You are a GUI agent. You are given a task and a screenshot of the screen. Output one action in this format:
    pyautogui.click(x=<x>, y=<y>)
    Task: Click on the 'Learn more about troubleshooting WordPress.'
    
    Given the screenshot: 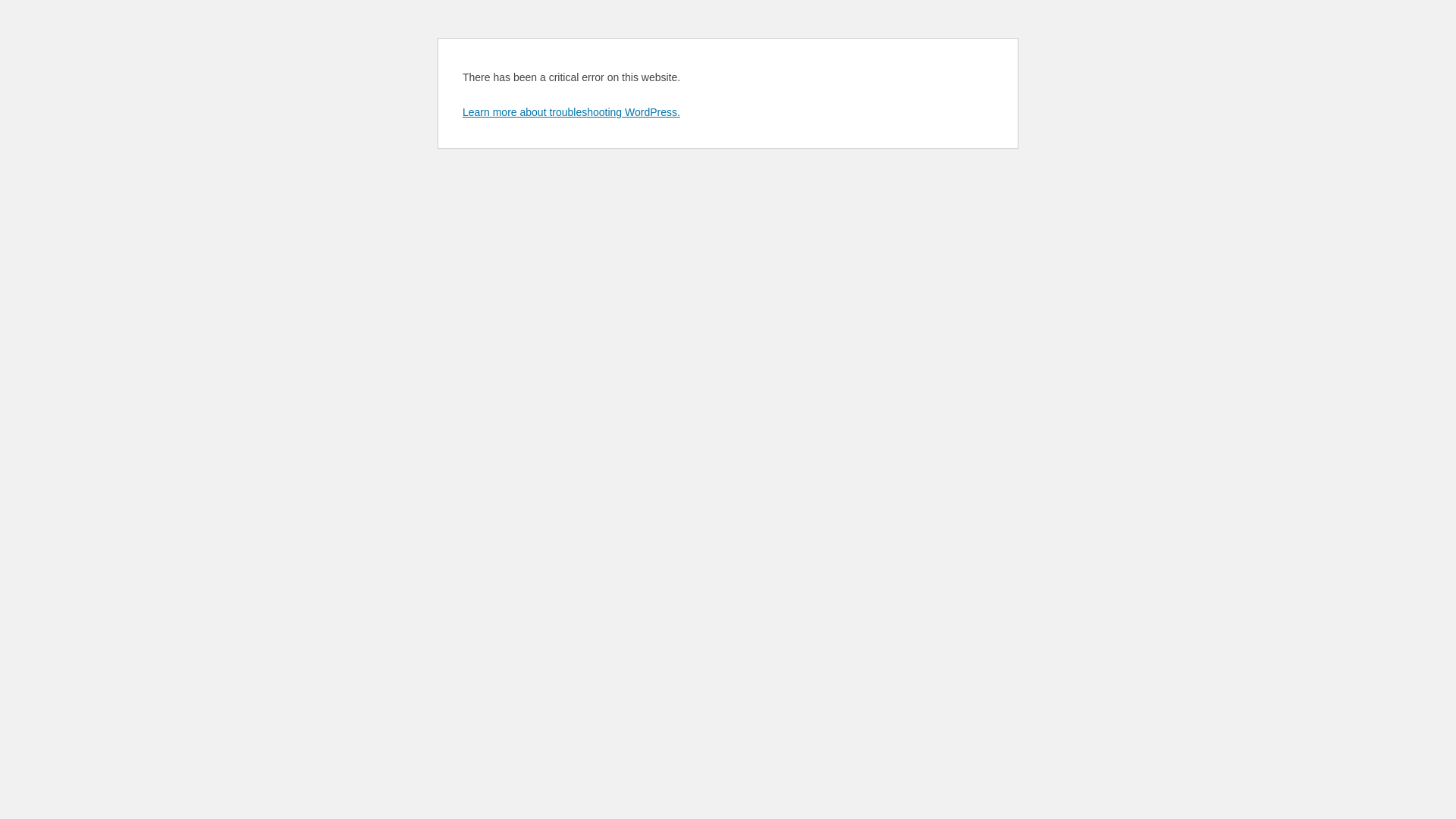 What is the action you would take?
    pyautogui.click(x=570, y=111)
    